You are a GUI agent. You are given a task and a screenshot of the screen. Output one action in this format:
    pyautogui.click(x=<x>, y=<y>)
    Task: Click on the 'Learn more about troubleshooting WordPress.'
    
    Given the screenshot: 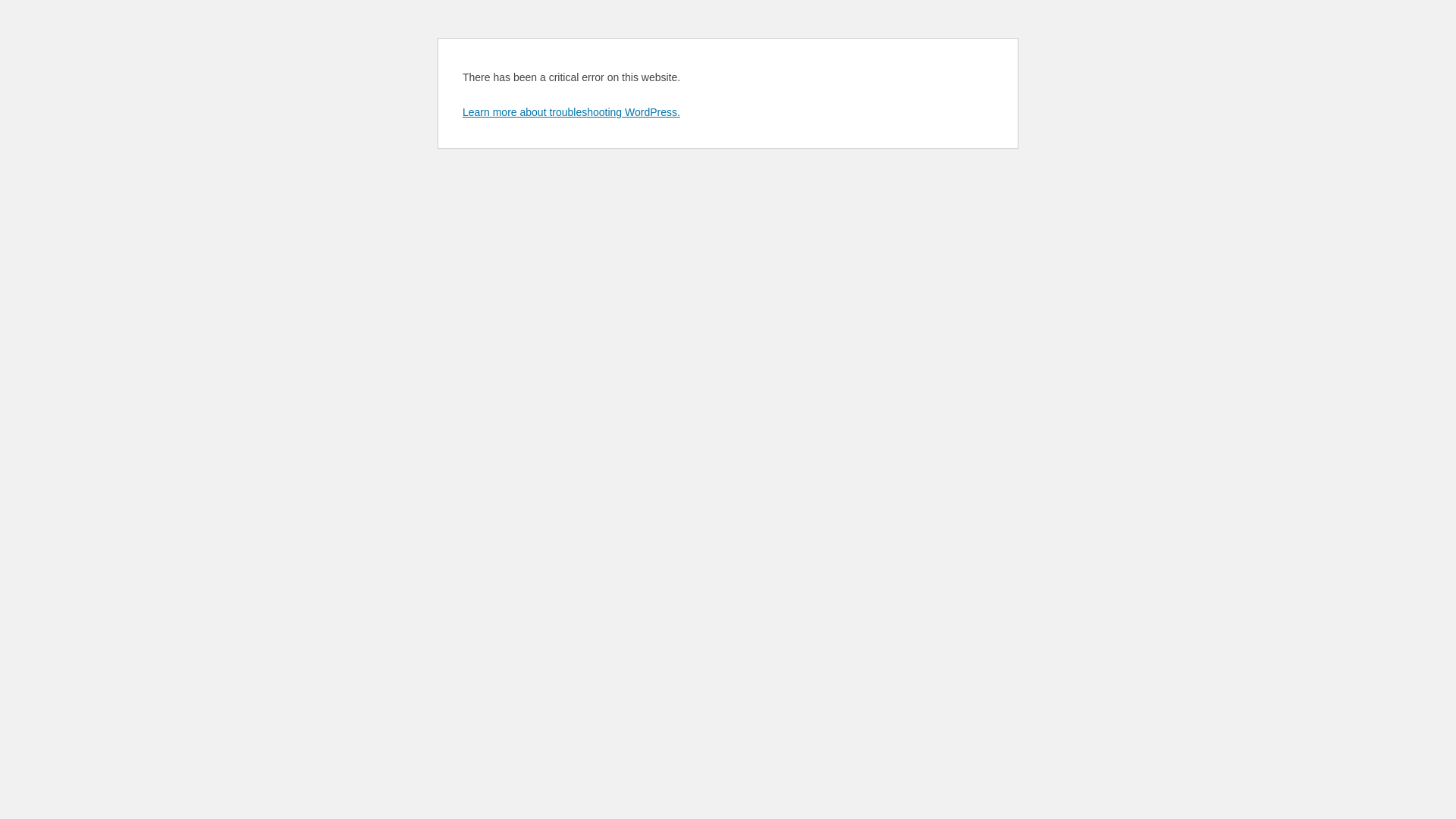 What is the action you would take?
    pyautogui.click(x=570, y=111)
    